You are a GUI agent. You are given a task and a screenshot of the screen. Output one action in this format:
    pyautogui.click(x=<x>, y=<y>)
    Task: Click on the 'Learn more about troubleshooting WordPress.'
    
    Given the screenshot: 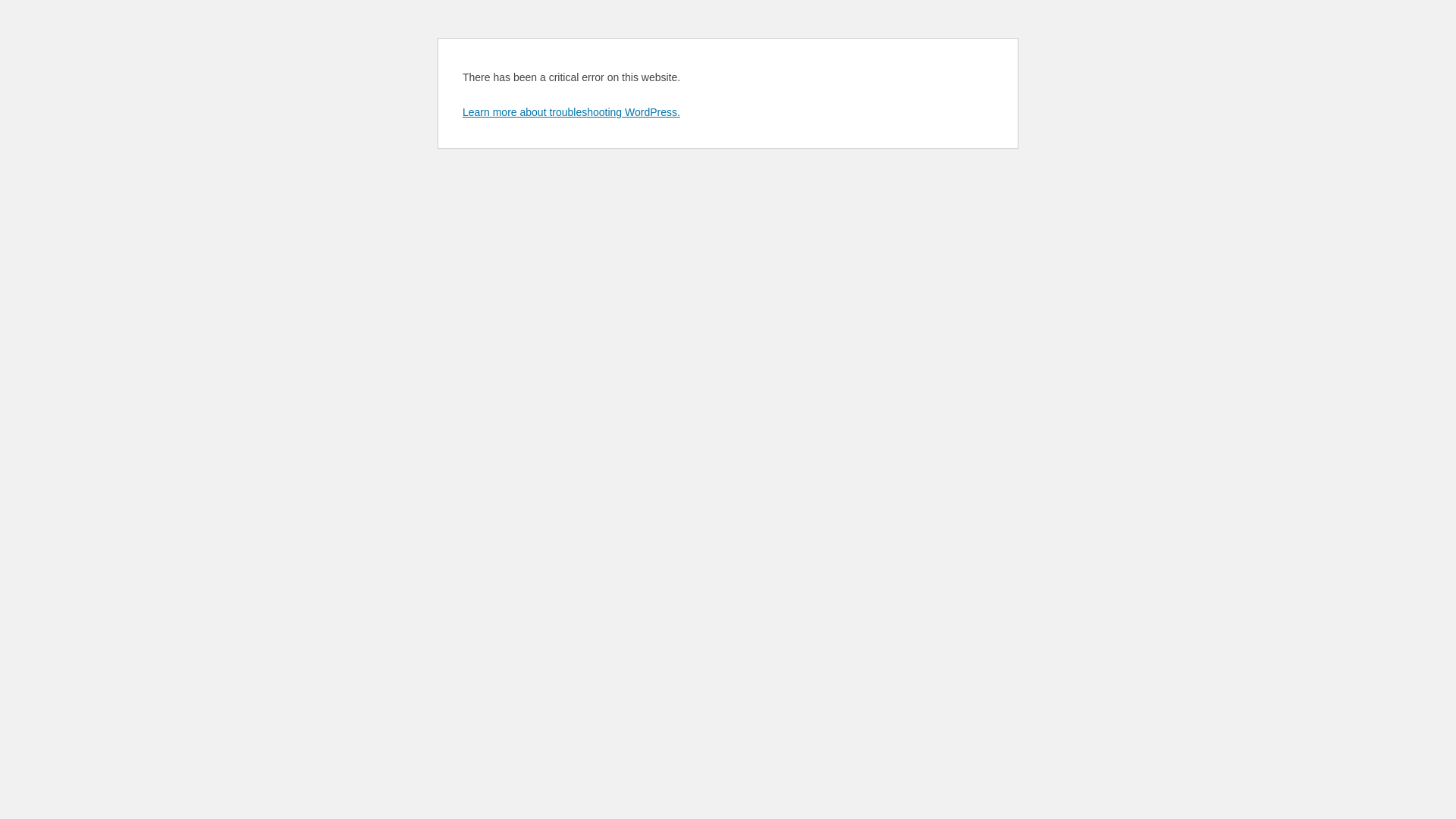 What is the action you would take?
    pyautogui.click(x=570, y=111)
    